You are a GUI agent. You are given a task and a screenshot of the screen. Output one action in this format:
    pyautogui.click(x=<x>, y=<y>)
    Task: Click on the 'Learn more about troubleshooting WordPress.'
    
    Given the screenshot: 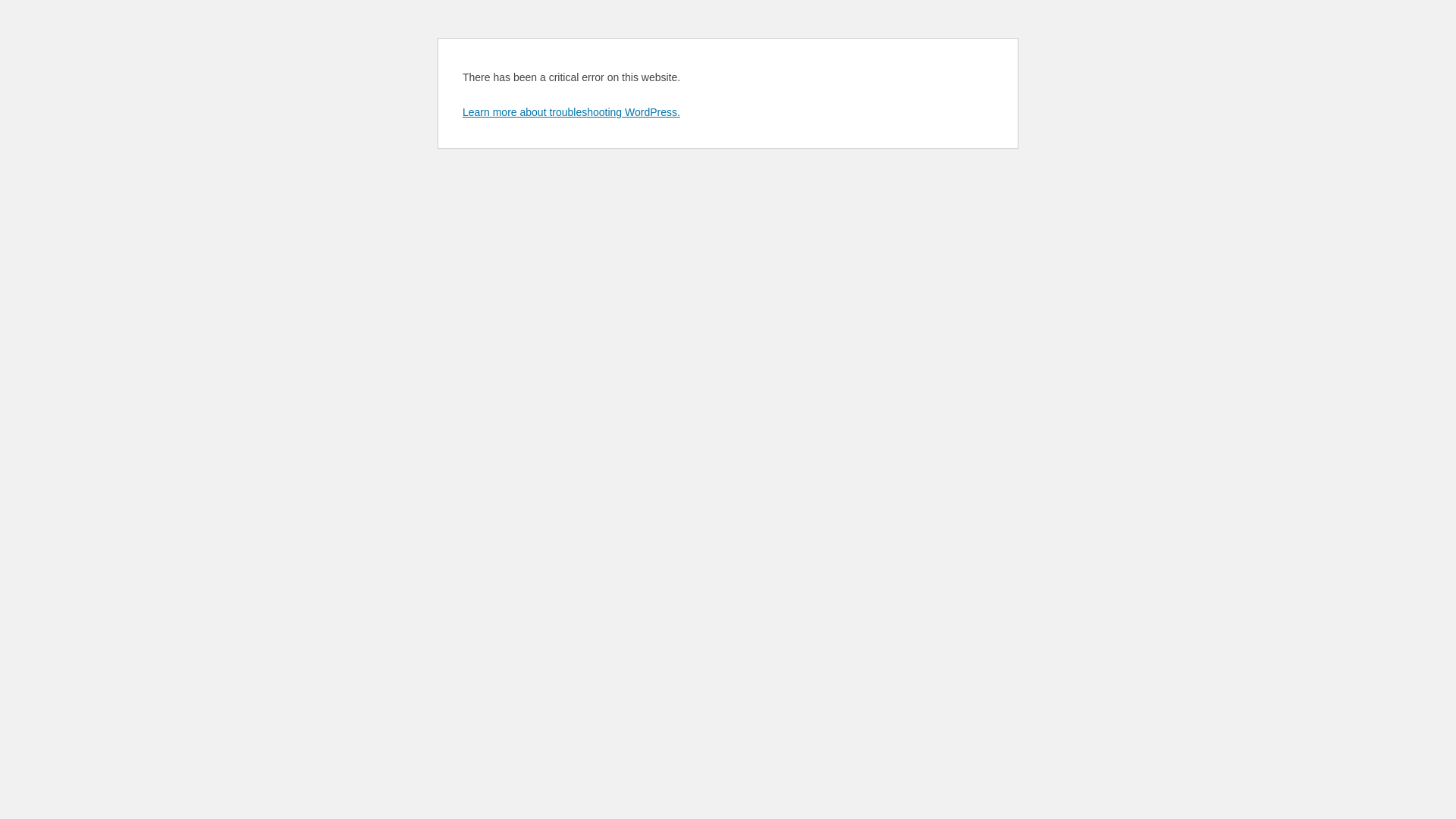 What is the action you would take?
    pyautogui.click(x=570, y=111)
    